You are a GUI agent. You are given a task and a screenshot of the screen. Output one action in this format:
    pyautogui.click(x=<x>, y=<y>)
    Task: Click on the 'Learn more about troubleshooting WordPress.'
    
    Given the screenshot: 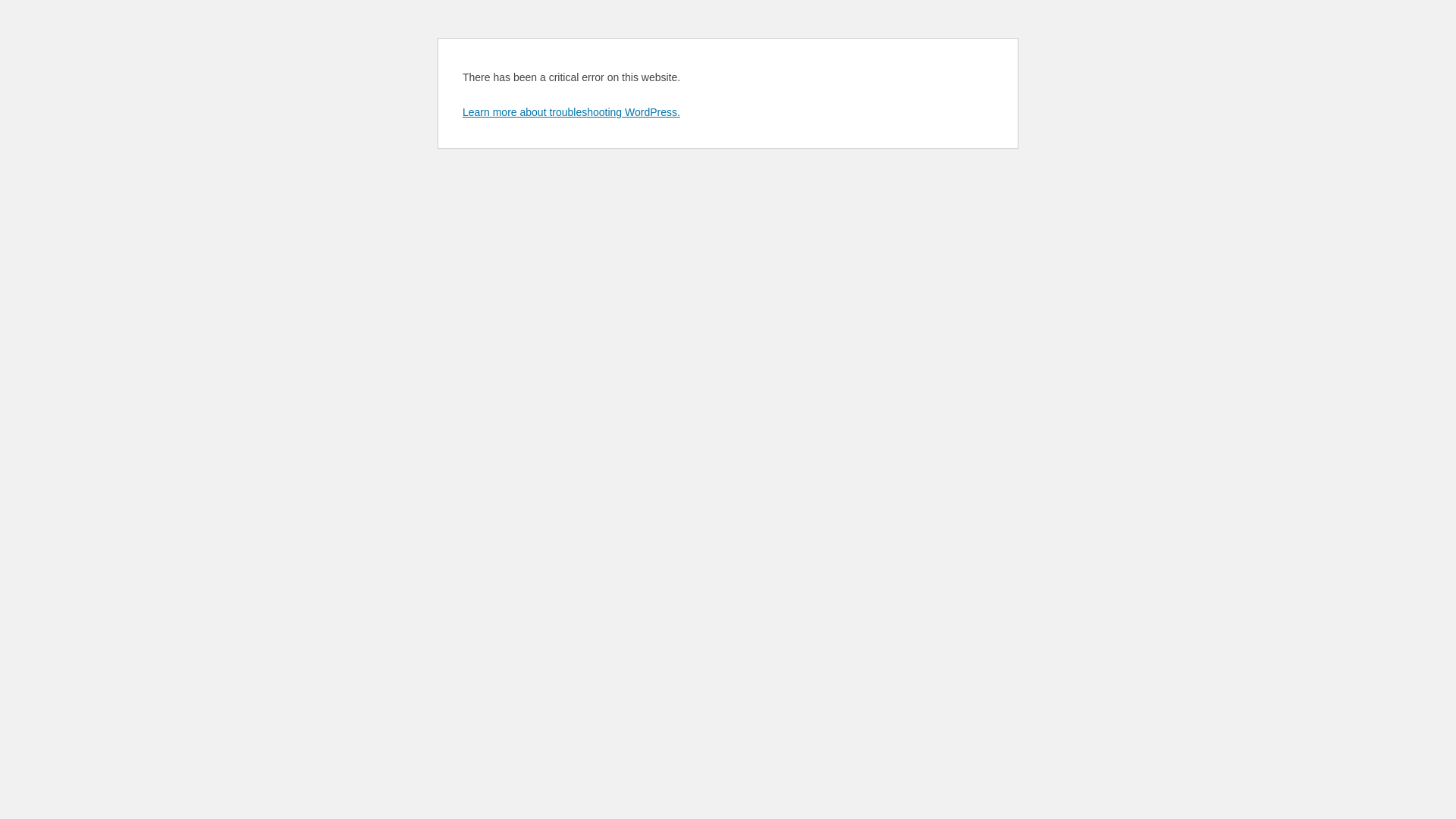 What is the action you would take?
    pyautogui.click(x=570, y=111)
    